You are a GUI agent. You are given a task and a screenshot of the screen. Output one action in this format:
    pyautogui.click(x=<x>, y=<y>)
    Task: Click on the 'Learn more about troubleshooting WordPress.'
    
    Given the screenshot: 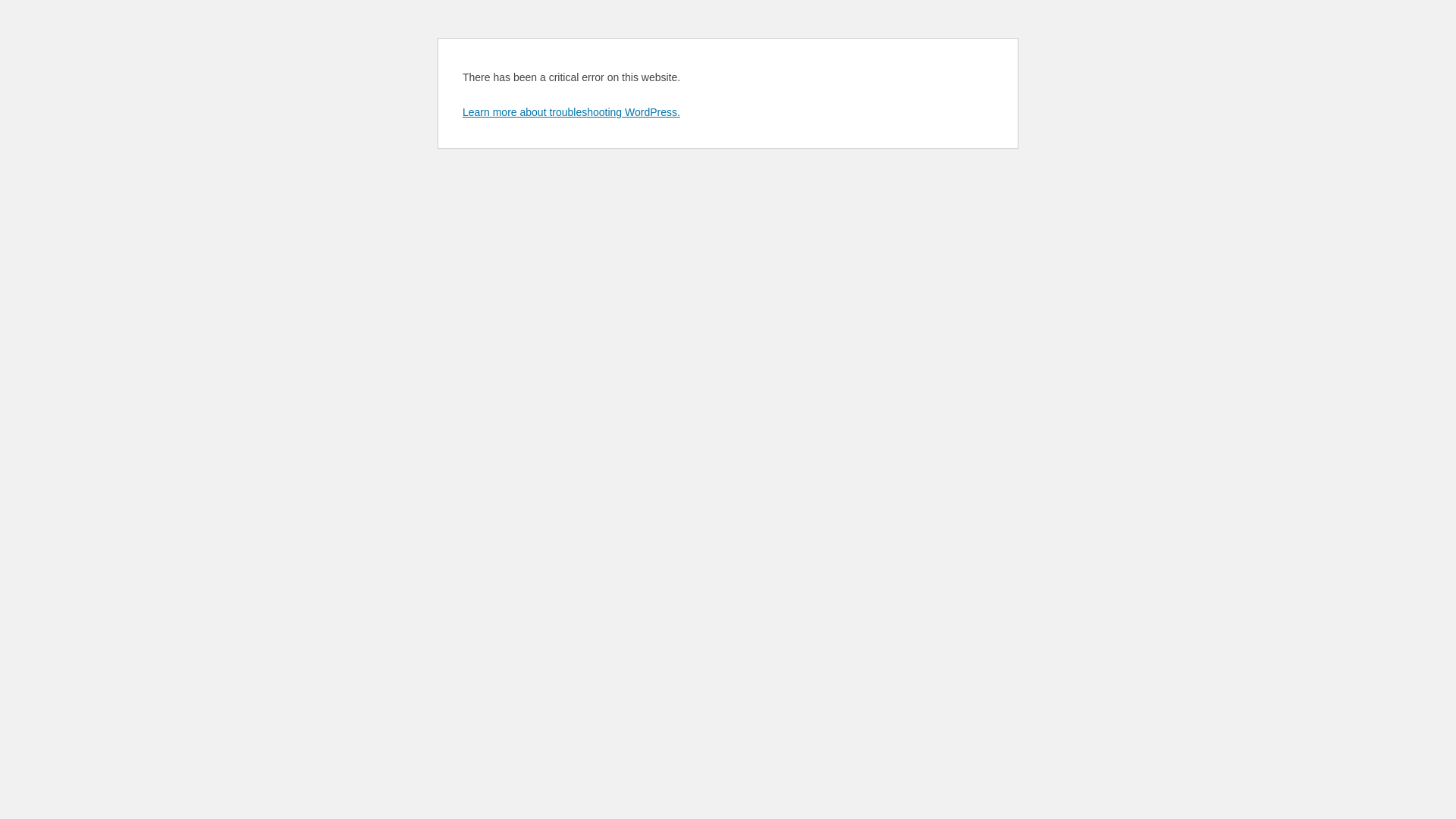 What is the action you would take?
    pyautogui.click(x=570, y=111)
    